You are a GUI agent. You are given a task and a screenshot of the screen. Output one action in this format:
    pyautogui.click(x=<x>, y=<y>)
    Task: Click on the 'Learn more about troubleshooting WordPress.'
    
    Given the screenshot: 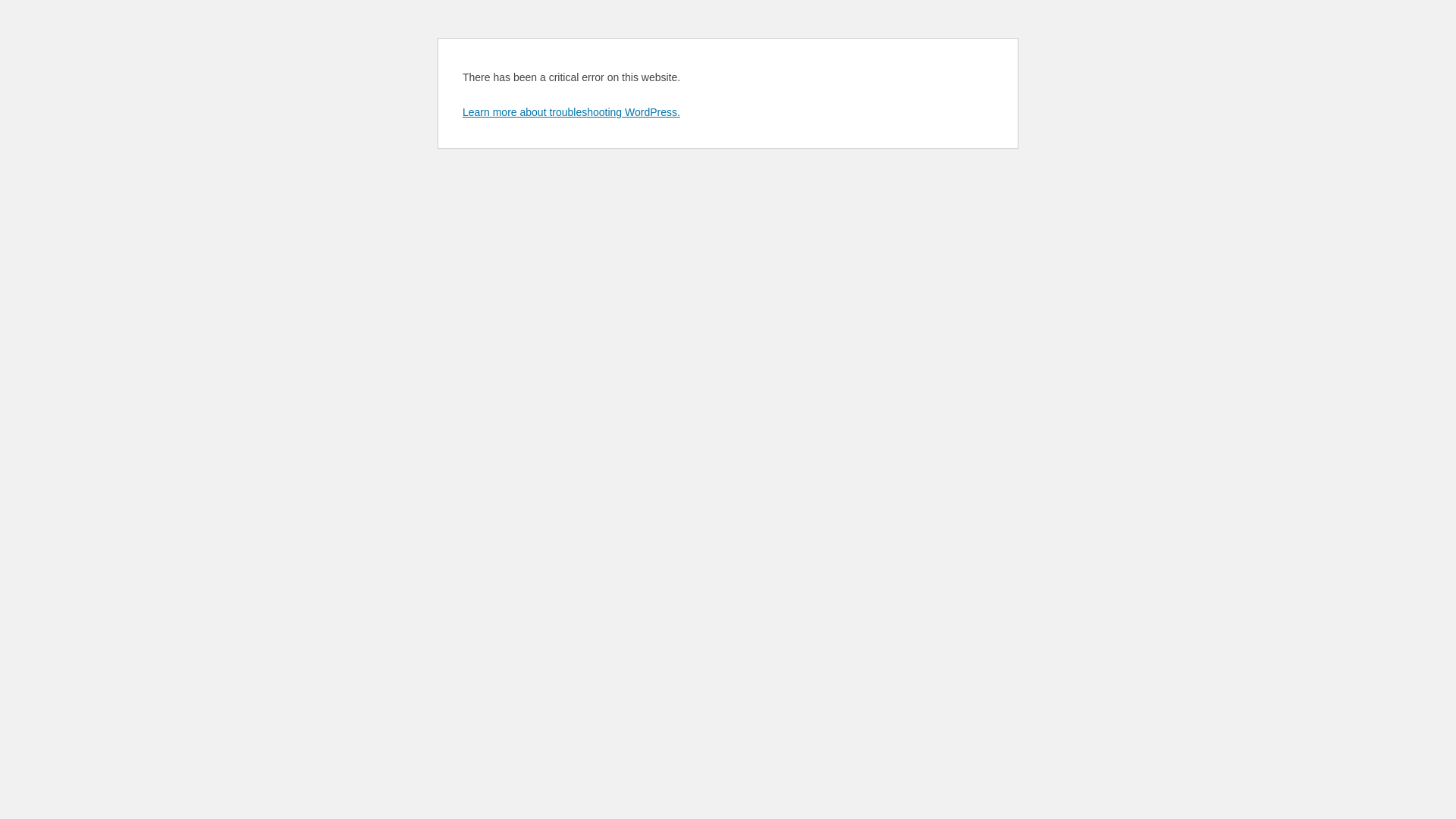 What is the action you would take?
    pyautogui.click(x=570, y=111)
    